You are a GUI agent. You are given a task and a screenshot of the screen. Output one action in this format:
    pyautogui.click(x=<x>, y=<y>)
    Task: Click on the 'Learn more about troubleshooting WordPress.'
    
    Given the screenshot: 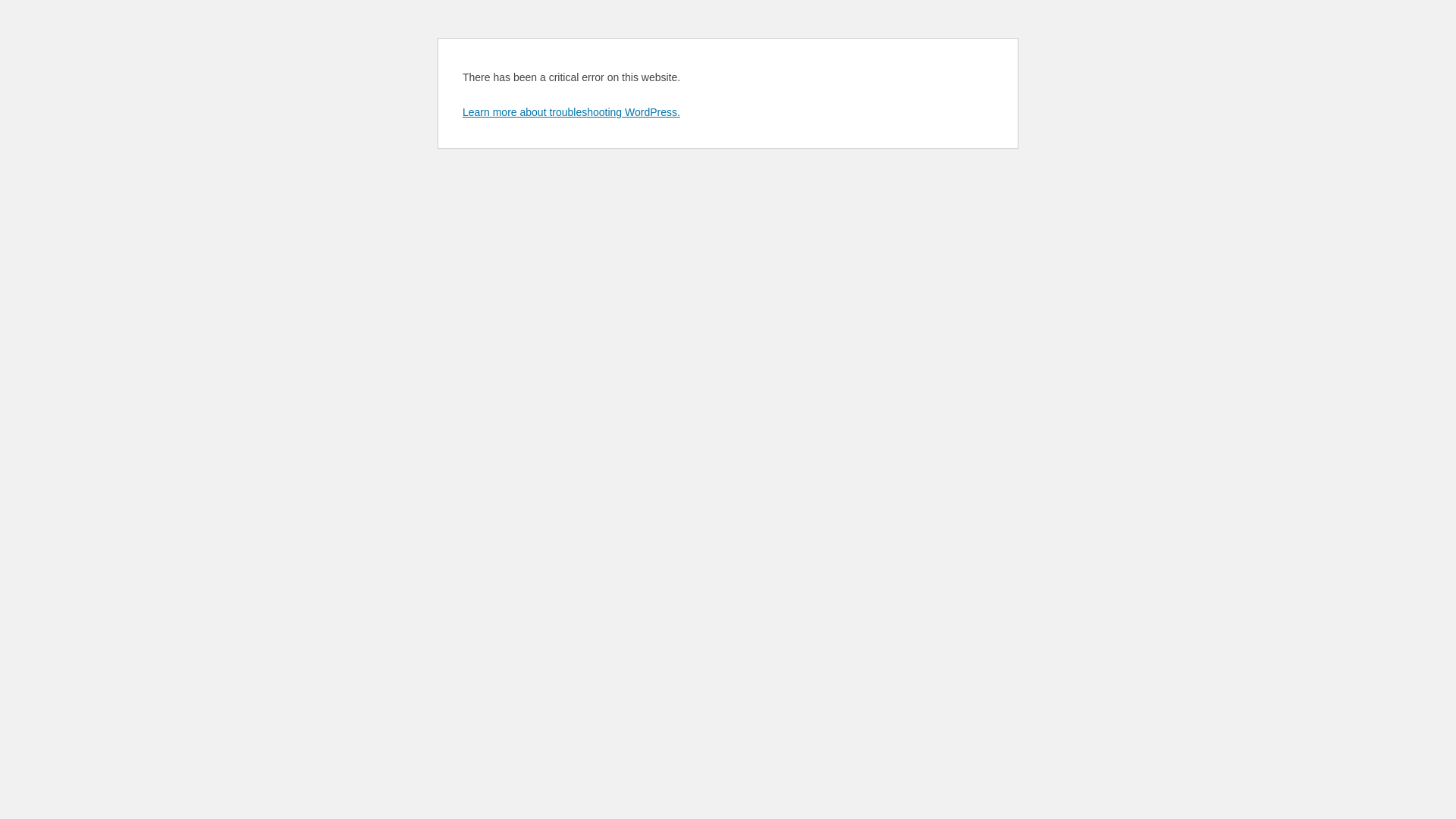 What is the action you would take?
    pyautogui.click(x=570, y=111)
    